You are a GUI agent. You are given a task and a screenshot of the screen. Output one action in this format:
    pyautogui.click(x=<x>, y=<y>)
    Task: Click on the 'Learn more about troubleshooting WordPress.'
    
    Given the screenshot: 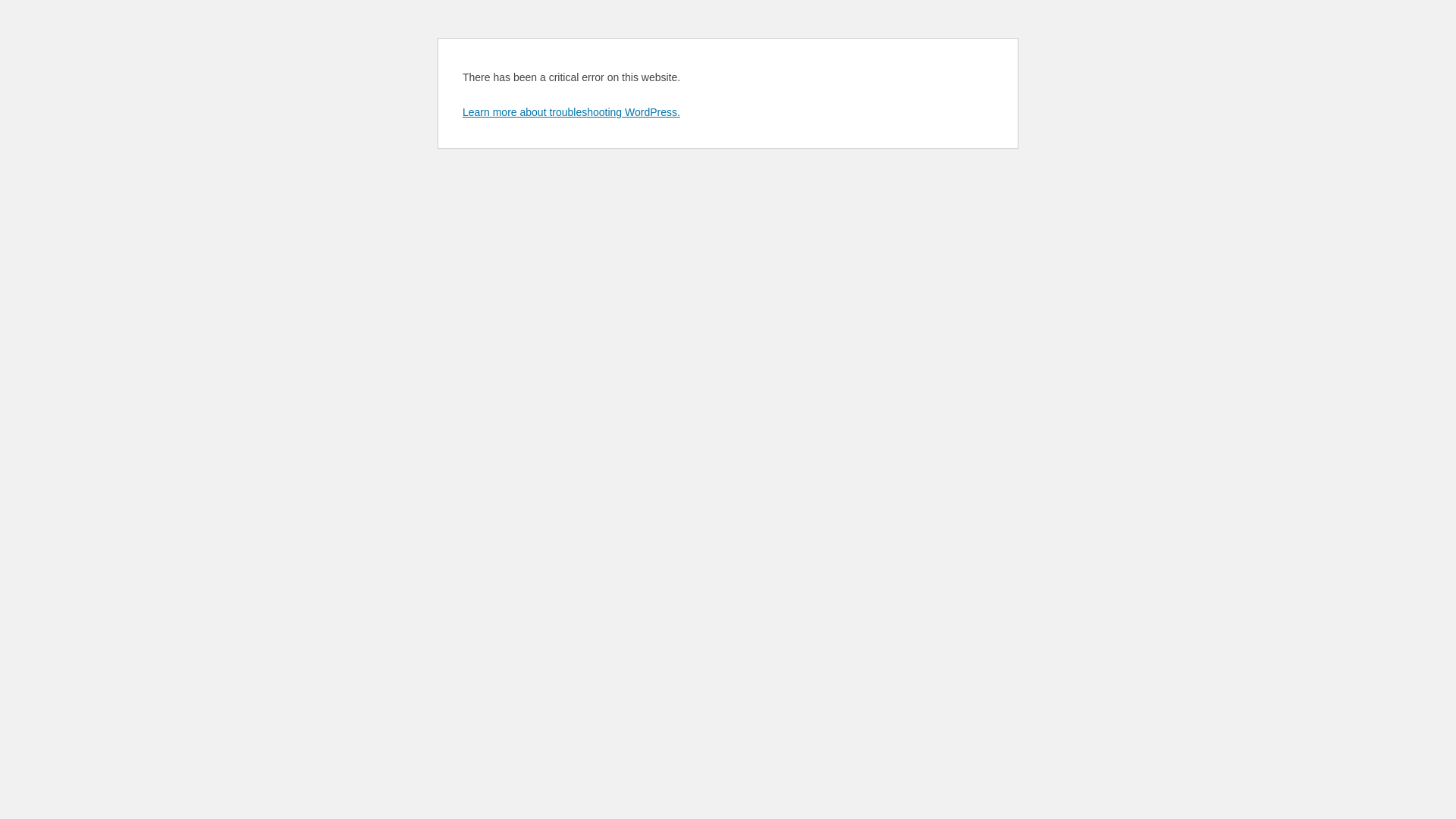 What is the action you would take?
    pyautogui.click(x=570, y=111)
    